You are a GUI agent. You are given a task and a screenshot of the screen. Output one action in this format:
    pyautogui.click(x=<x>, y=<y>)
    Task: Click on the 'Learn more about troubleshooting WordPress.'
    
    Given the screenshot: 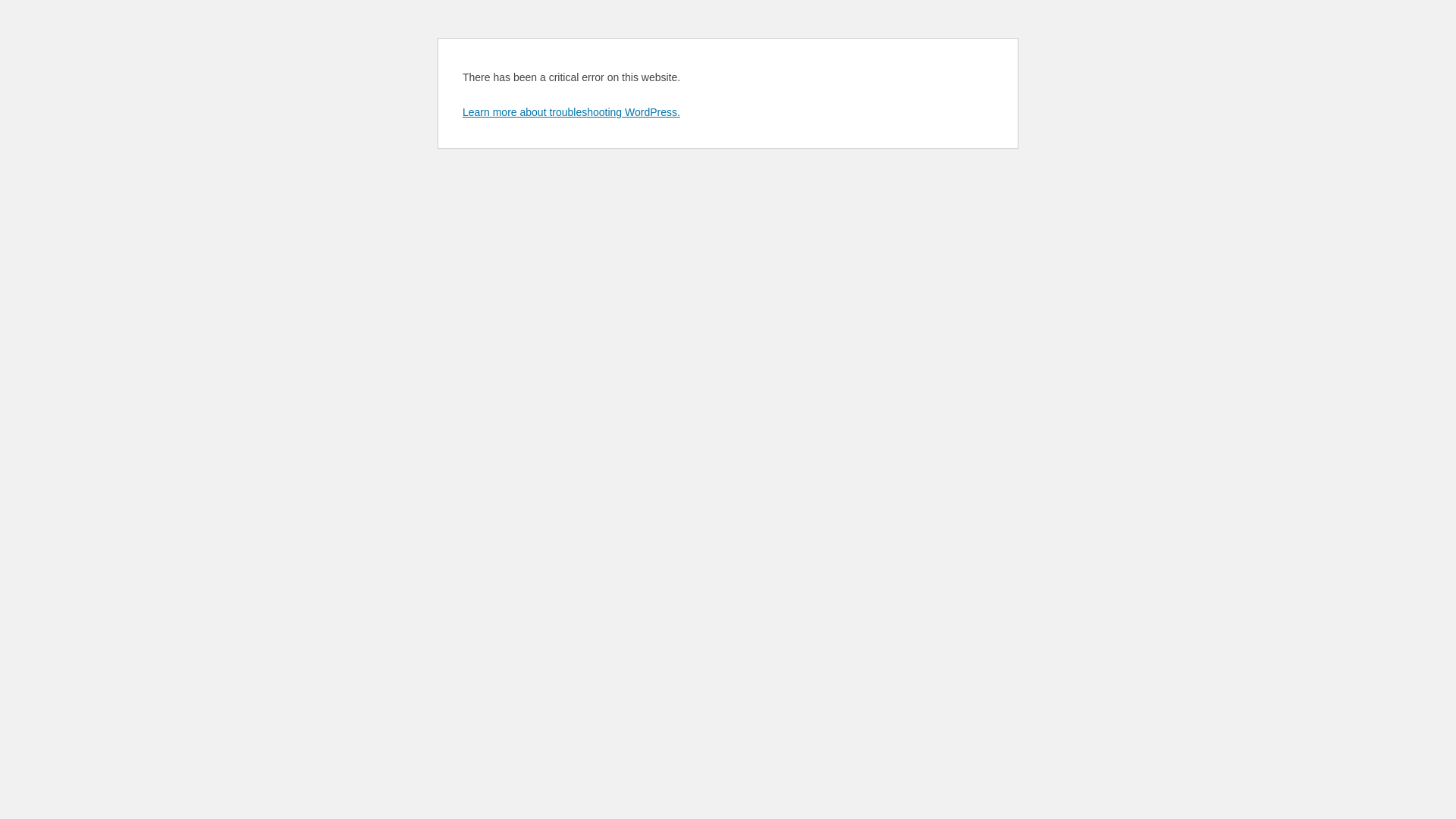 What is the action you would take?
    pyautogui.click(x=570, y=111)
    